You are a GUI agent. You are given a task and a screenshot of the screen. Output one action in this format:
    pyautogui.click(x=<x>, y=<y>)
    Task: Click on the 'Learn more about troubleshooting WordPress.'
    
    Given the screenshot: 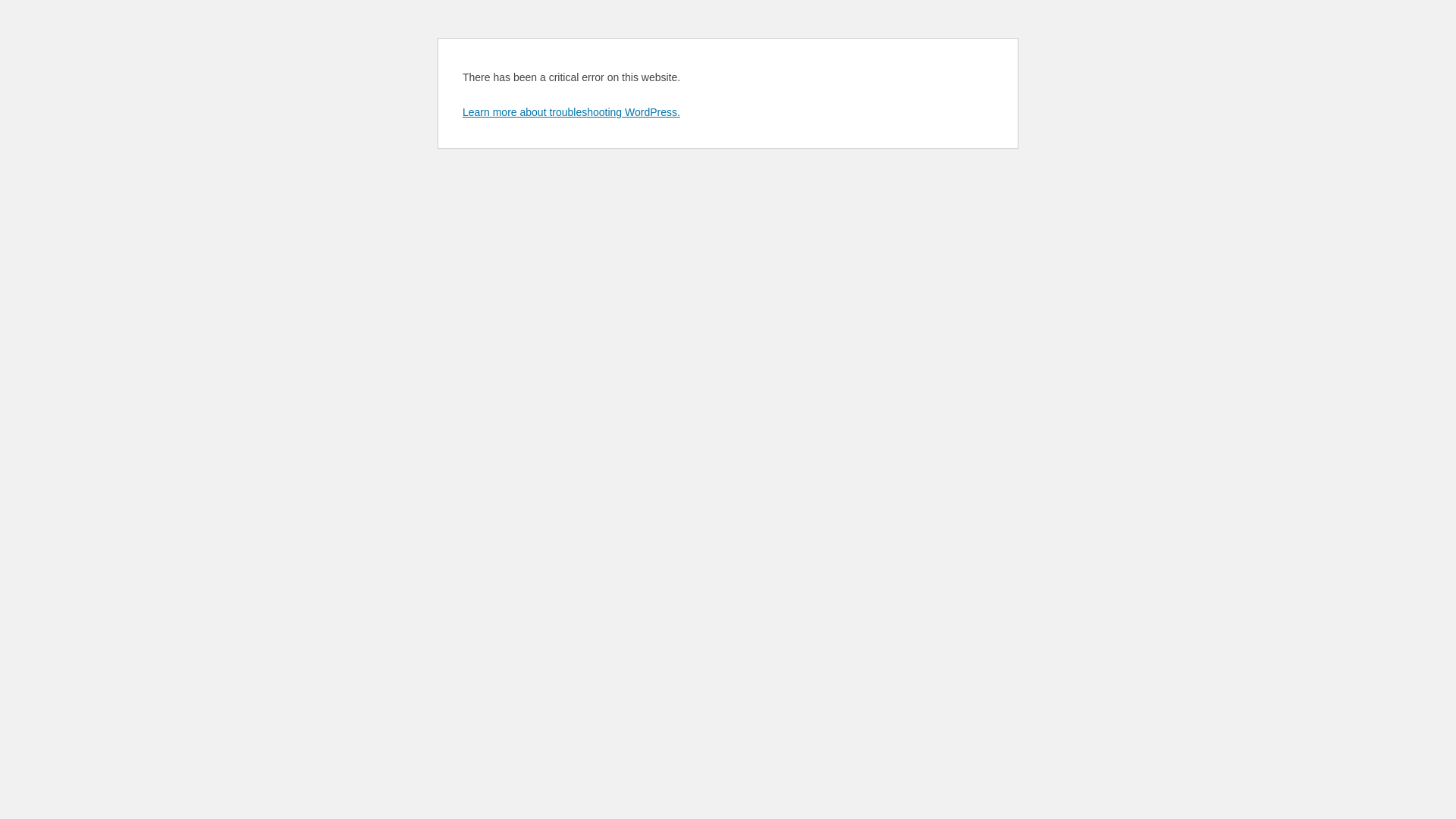 What is the action you would take?
    pyautogui.click(x=570, y=111)
    